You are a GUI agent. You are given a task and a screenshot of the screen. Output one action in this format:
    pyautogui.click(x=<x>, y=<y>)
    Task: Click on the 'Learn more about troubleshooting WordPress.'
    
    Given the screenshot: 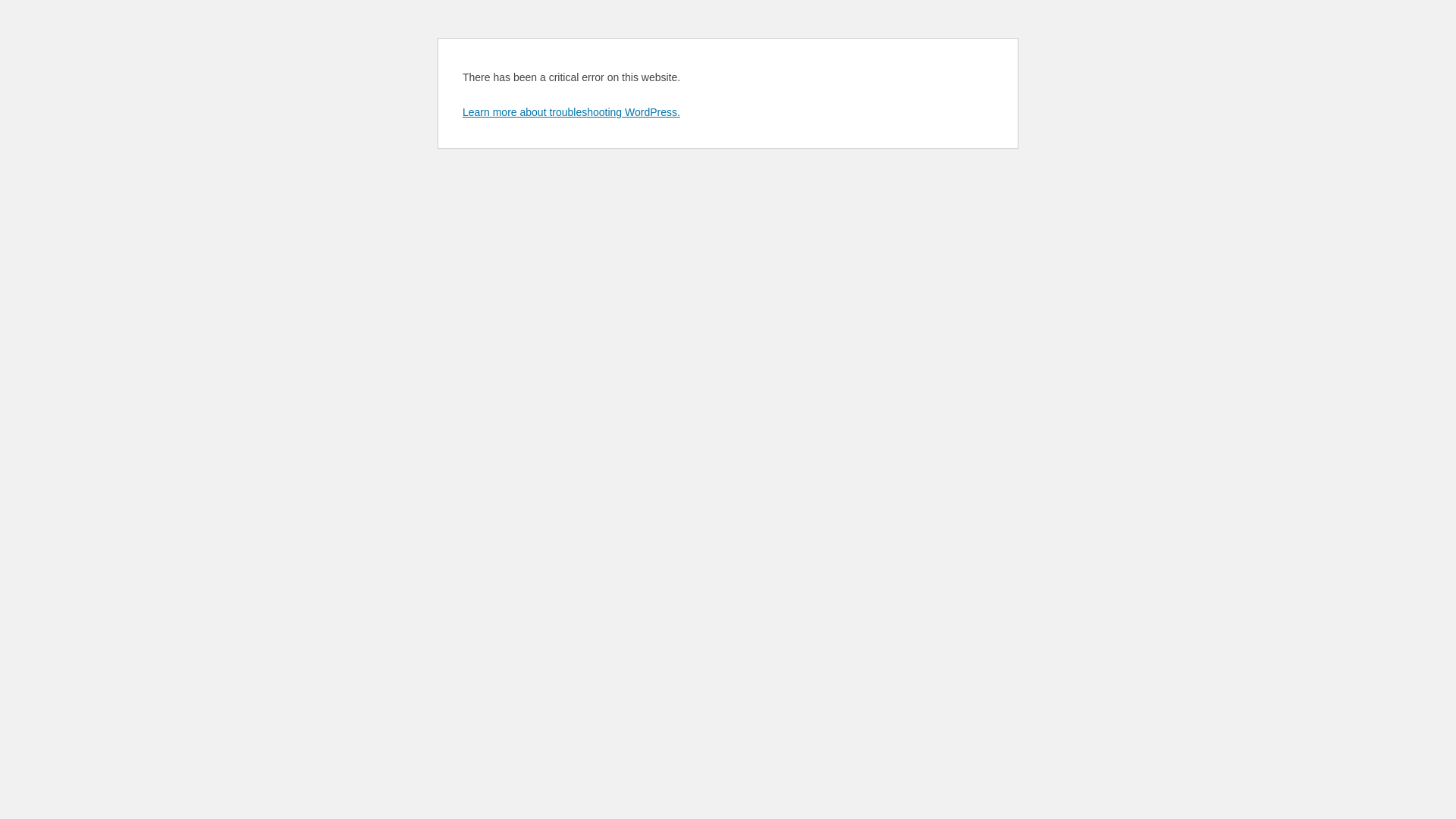 What is the action you would take?
    pyautogui.click(x=570, y=111)
    